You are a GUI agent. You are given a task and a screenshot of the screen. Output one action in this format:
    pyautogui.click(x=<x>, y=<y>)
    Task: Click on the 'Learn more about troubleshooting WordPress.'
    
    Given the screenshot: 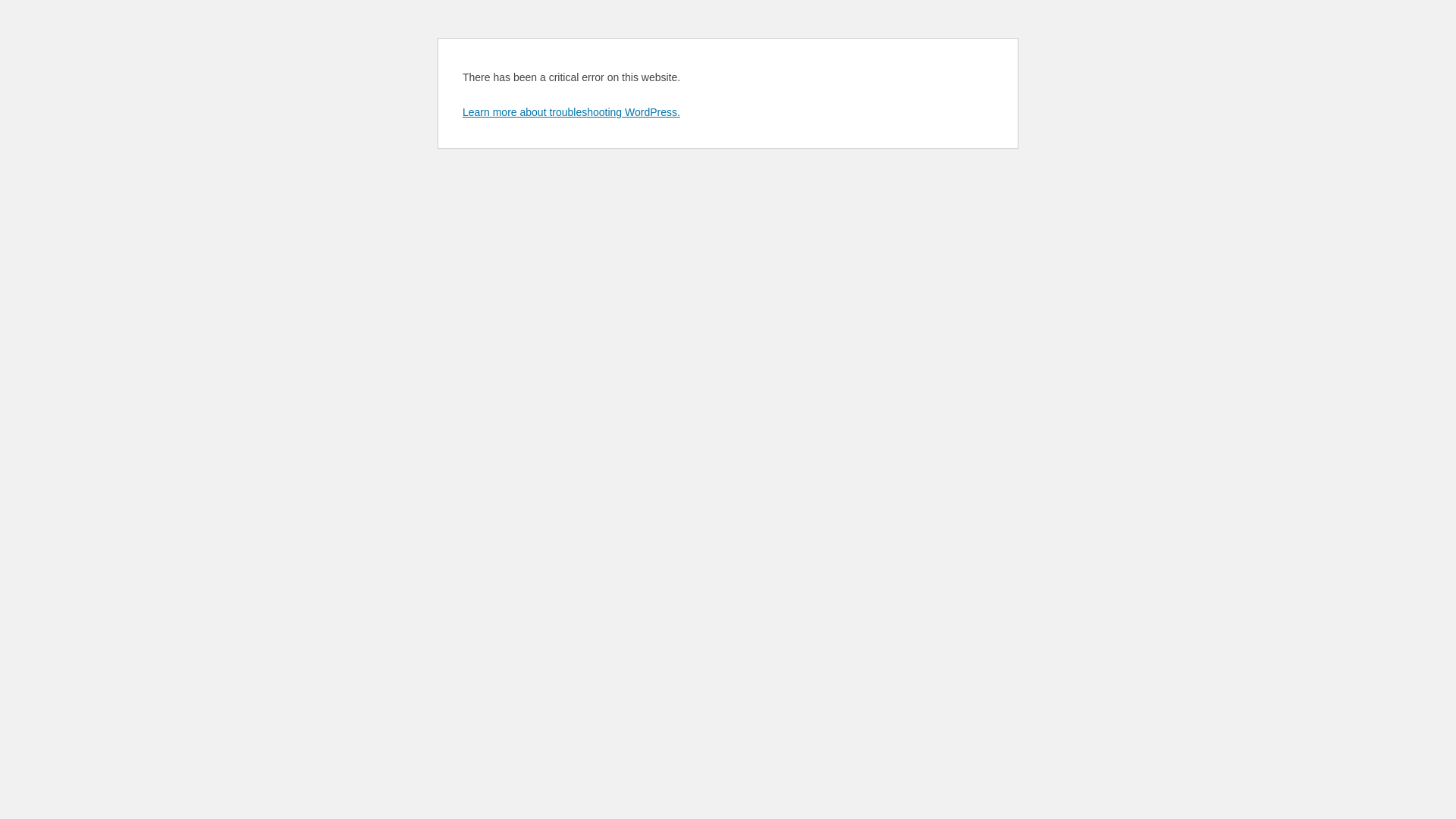 What is the action you would take?
    pyautogui.click(x=570, y=111)
    